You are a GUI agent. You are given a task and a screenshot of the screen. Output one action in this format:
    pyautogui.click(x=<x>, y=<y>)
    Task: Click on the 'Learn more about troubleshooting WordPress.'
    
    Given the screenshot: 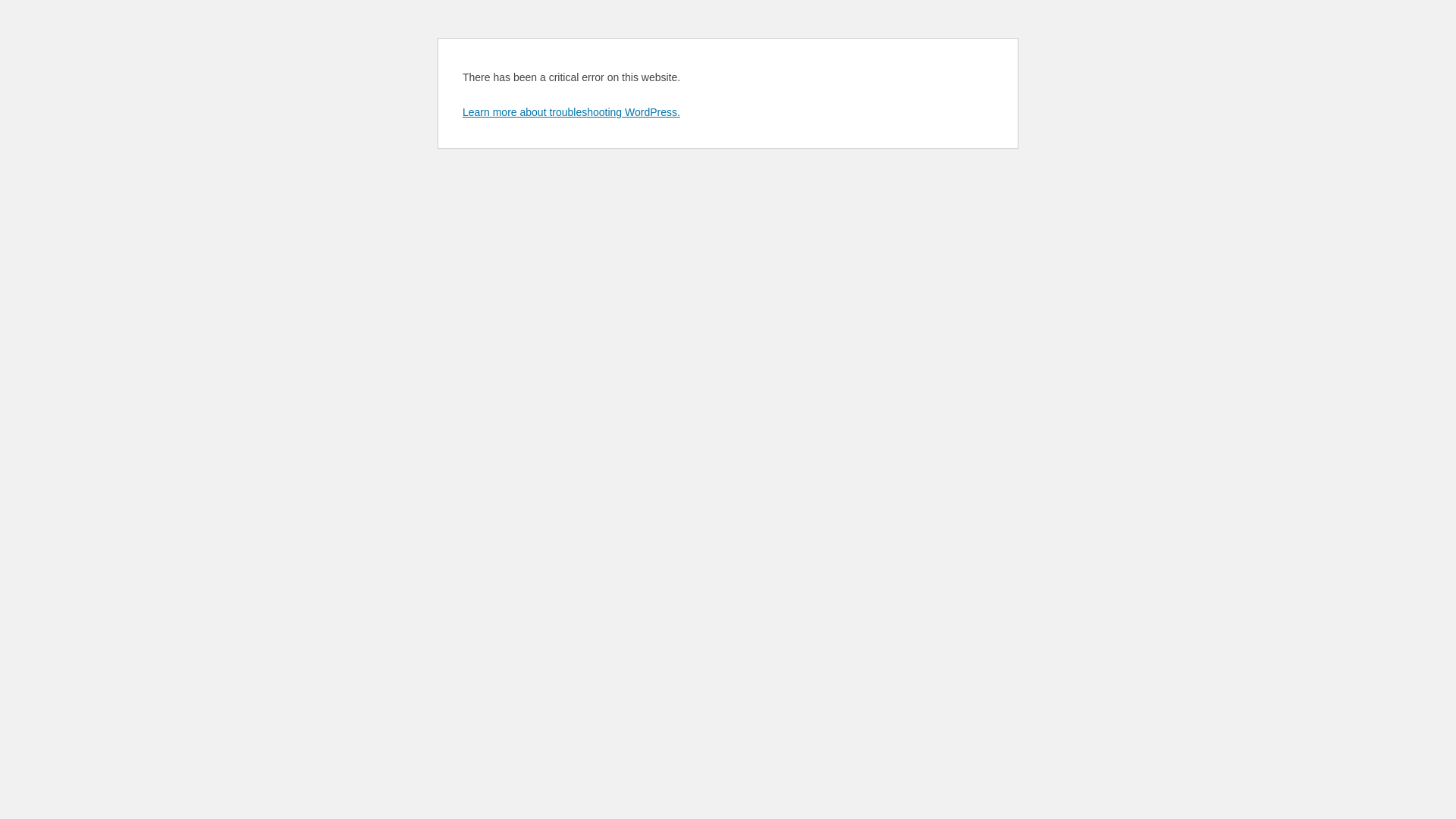 What is the action you would take?
    pyautogui.click(x=570, y=111)
    